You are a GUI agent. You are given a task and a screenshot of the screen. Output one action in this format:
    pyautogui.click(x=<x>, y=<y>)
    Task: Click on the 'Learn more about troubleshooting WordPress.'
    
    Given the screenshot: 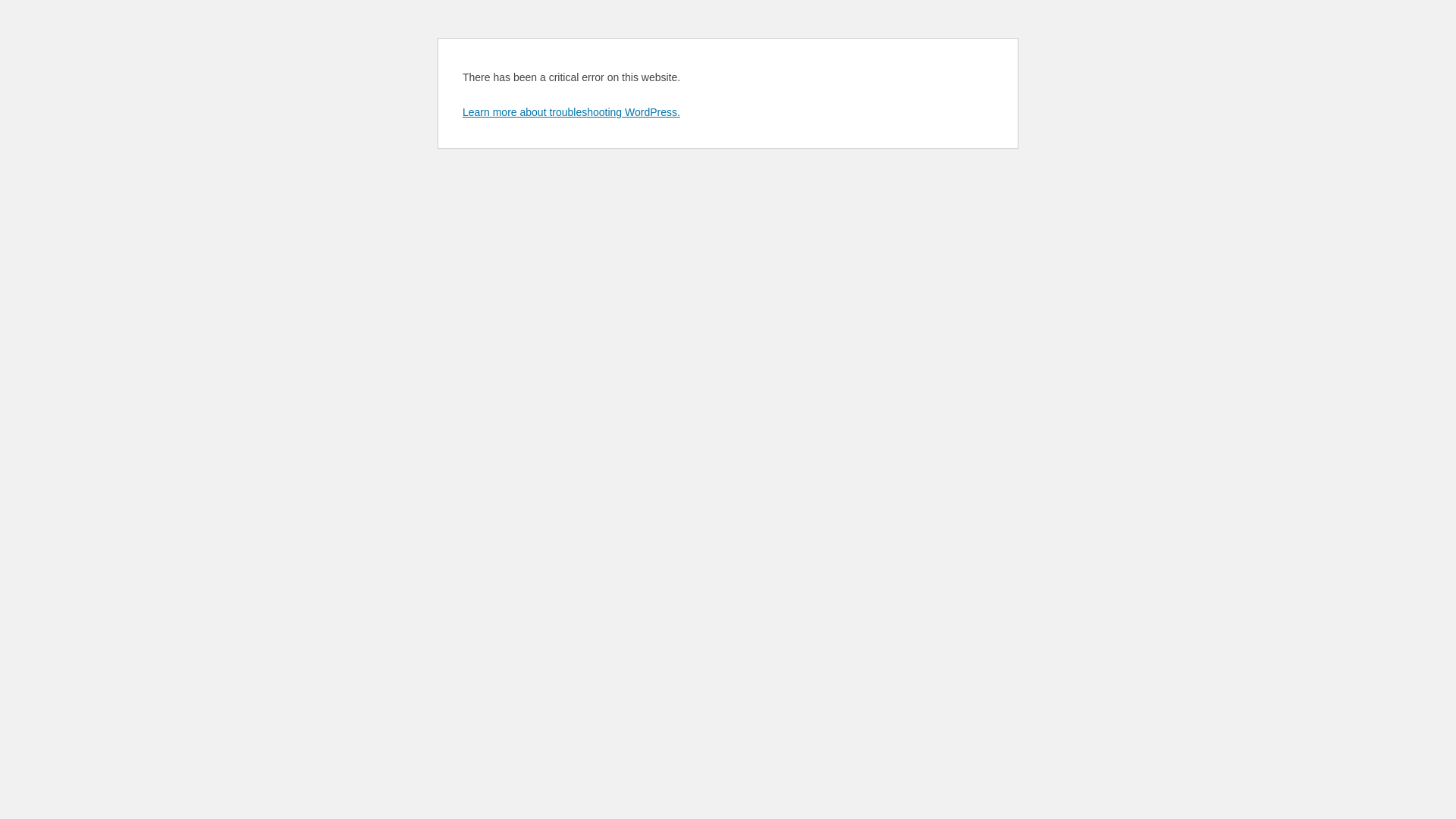 What is the action you would take?
    pyautogui.click(x=570, y=111)
    